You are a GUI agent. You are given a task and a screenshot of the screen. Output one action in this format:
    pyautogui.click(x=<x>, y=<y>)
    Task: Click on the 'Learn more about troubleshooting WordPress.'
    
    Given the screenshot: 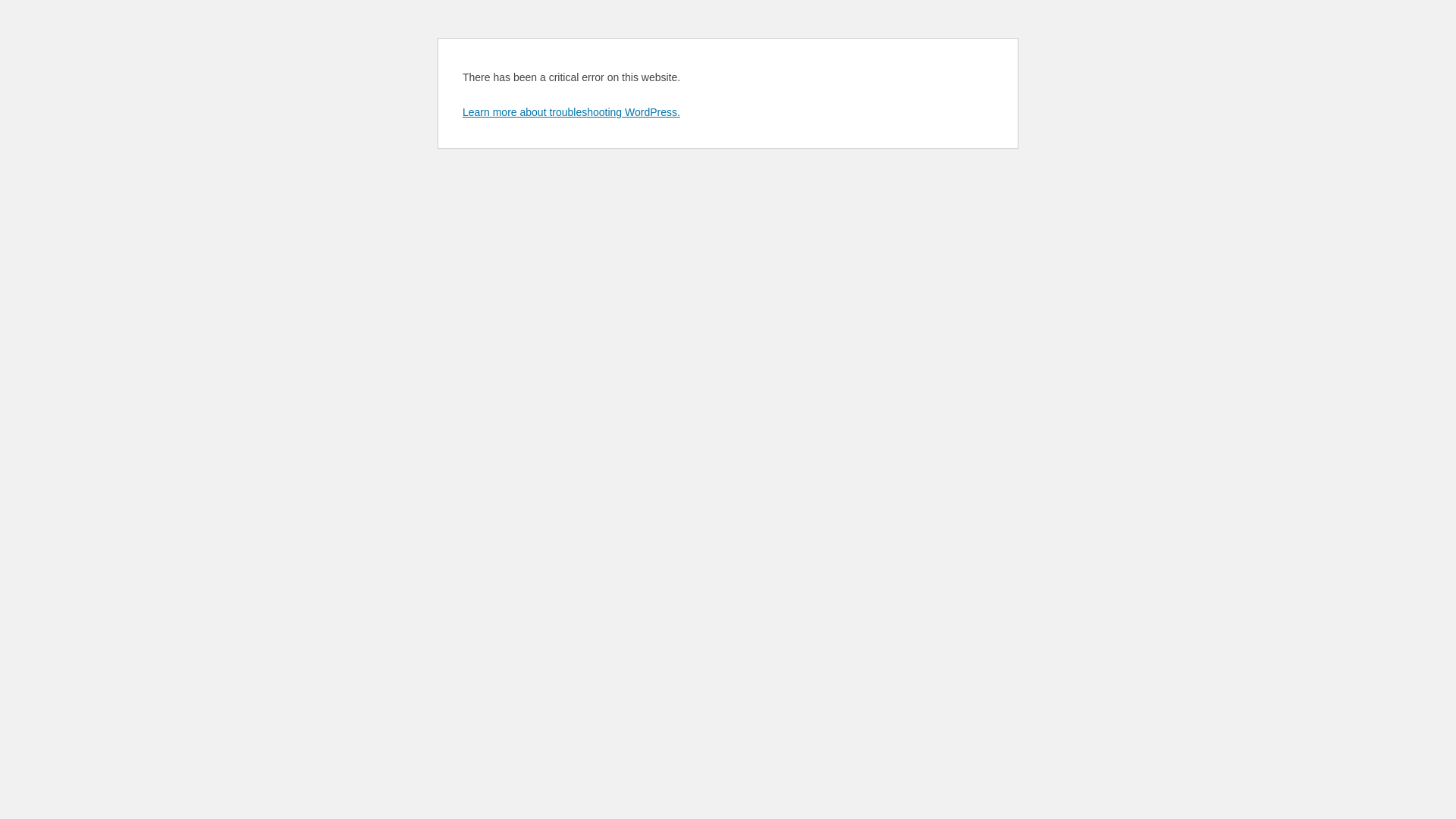 What is the action you would take?
    pyautogui.click(x=570, y=111)
    